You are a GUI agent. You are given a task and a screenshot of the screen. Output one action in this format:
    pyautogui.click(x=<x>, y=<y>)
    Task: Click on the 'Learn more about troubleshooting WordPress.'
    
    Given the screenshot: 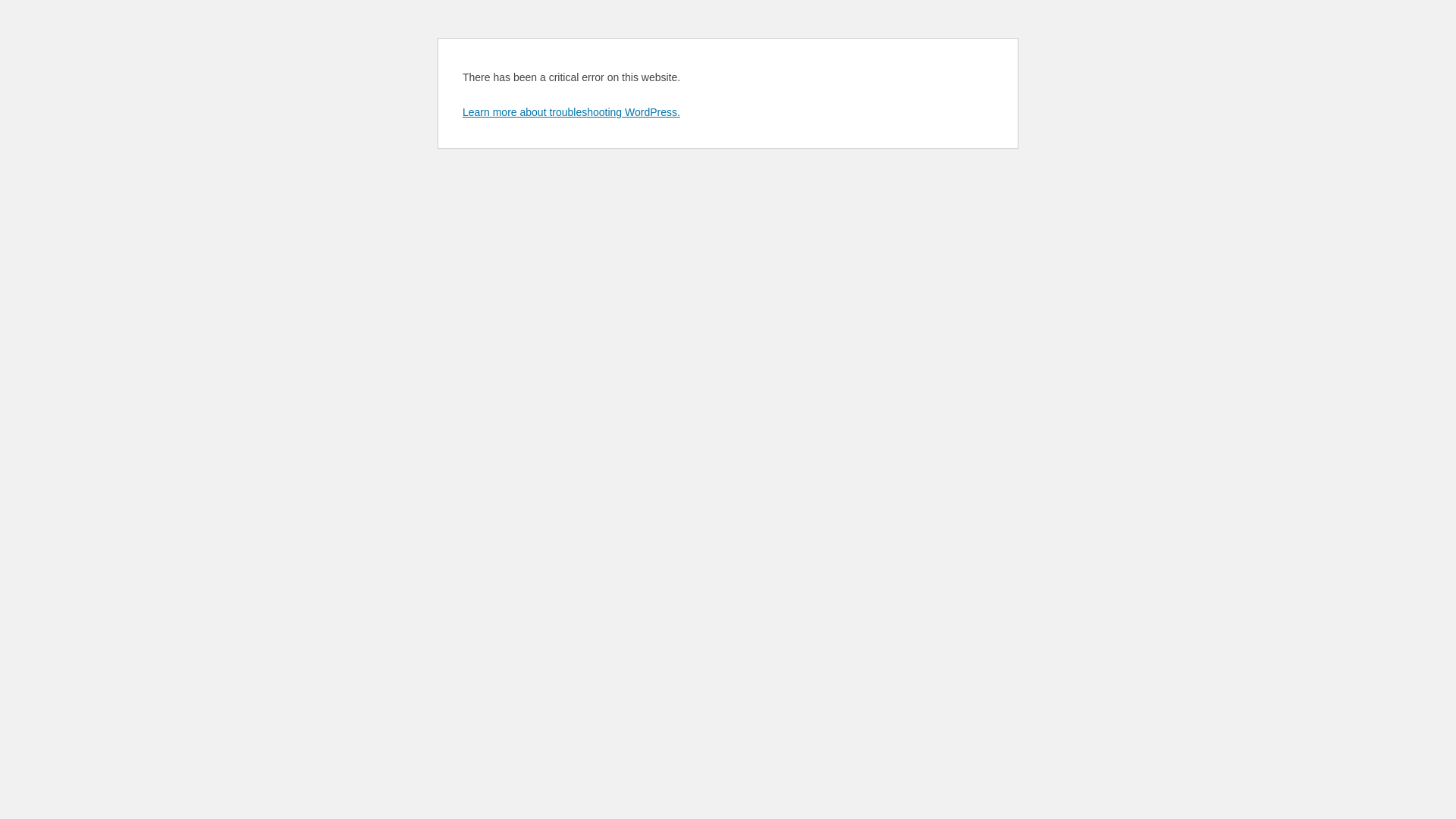 What is the action you would take?
    pyautogui.click(x=570, y=111)
    